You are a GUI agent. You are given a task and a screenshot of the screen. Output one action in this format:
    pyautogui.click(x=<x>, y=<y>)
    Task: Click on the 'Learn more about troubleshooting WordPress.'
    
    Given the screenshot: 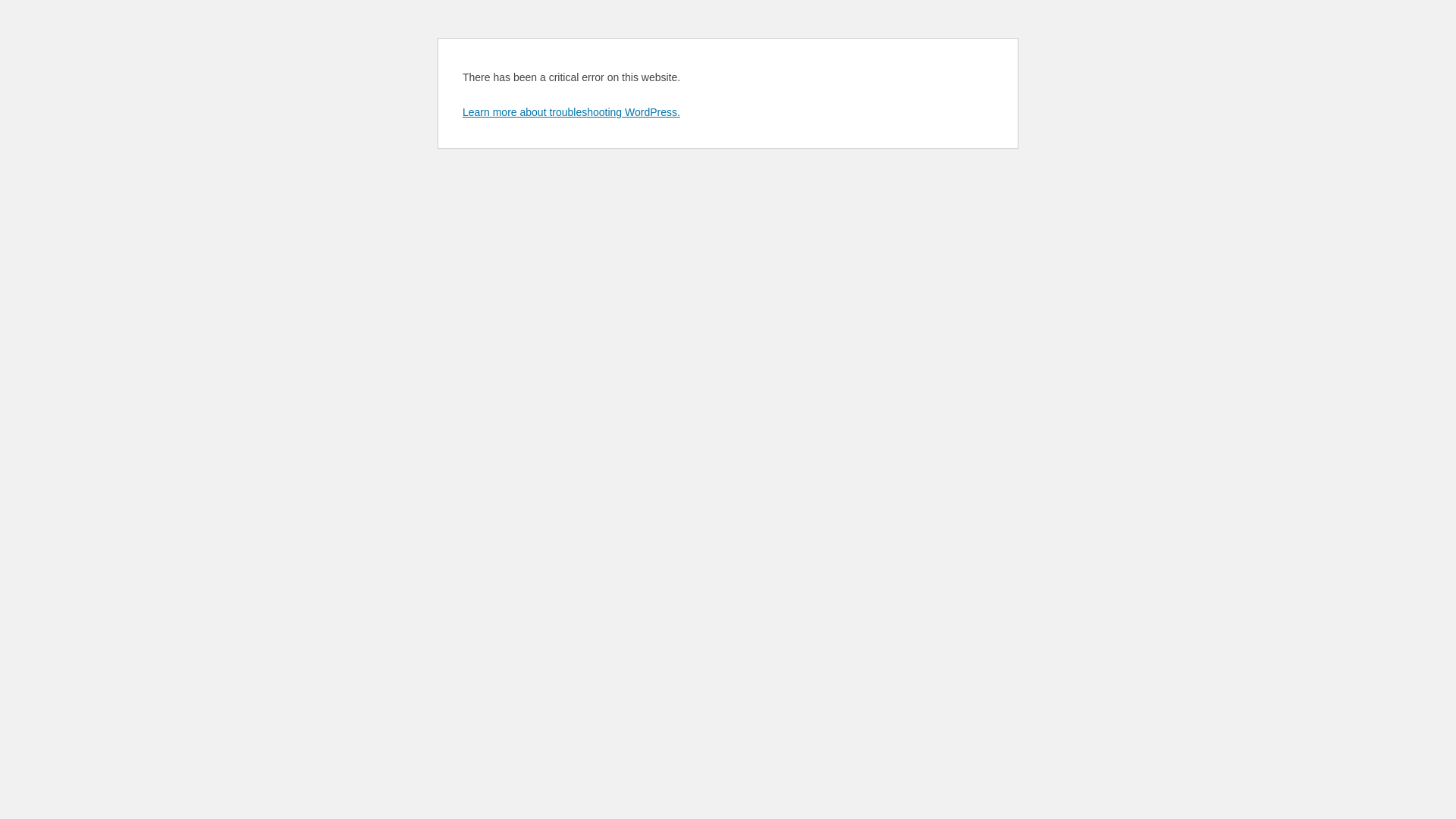 What is the action you would take?
    pyautogui.click(x=570, y=111)
    